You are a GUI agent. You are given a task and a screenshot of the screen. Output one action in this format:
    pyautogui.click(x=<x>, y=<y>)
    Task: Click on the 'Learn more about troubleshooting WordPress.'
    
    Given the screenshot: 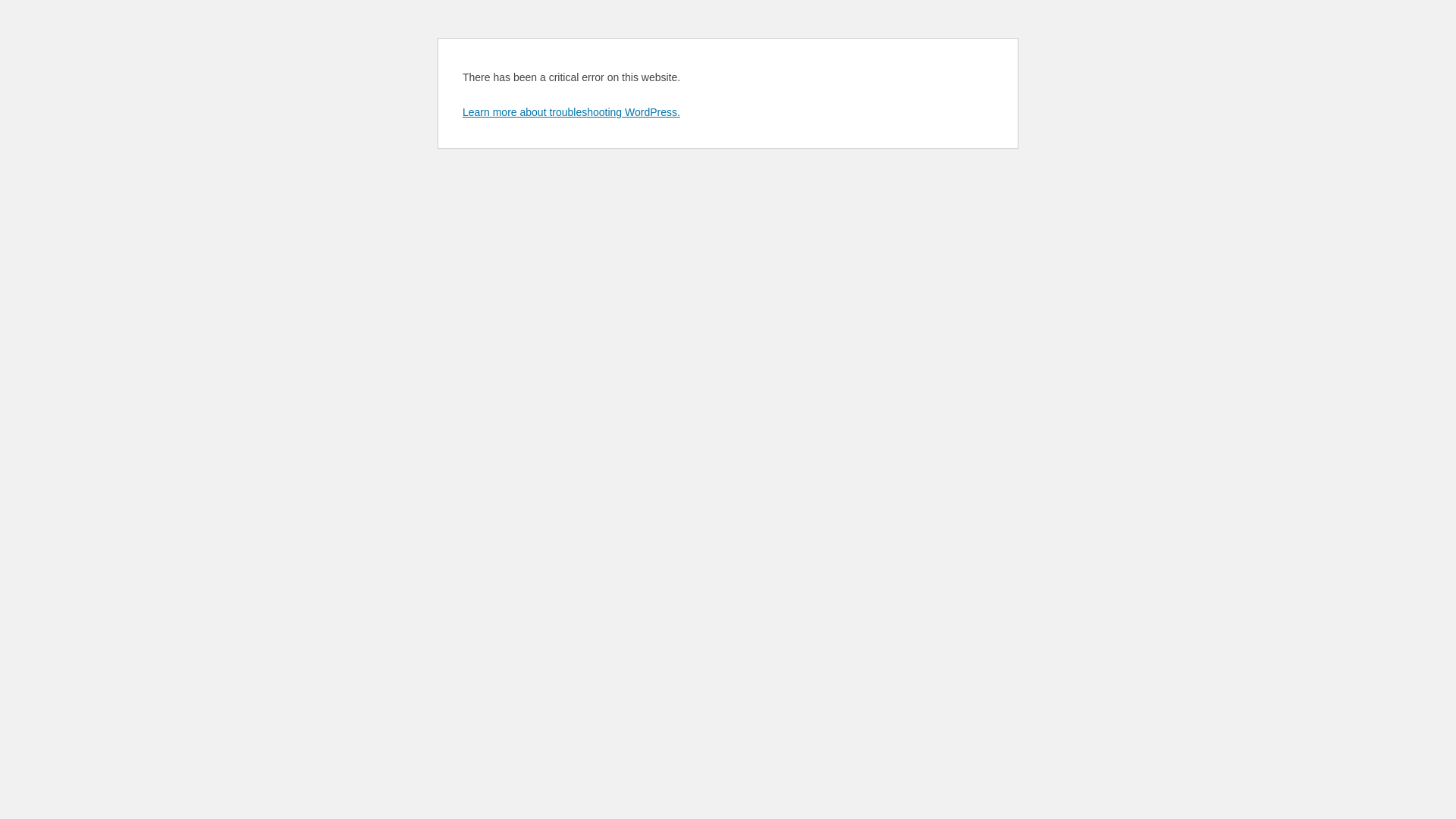 What is the action you would take?
    pyautogui.click(x=570, y=111)
    